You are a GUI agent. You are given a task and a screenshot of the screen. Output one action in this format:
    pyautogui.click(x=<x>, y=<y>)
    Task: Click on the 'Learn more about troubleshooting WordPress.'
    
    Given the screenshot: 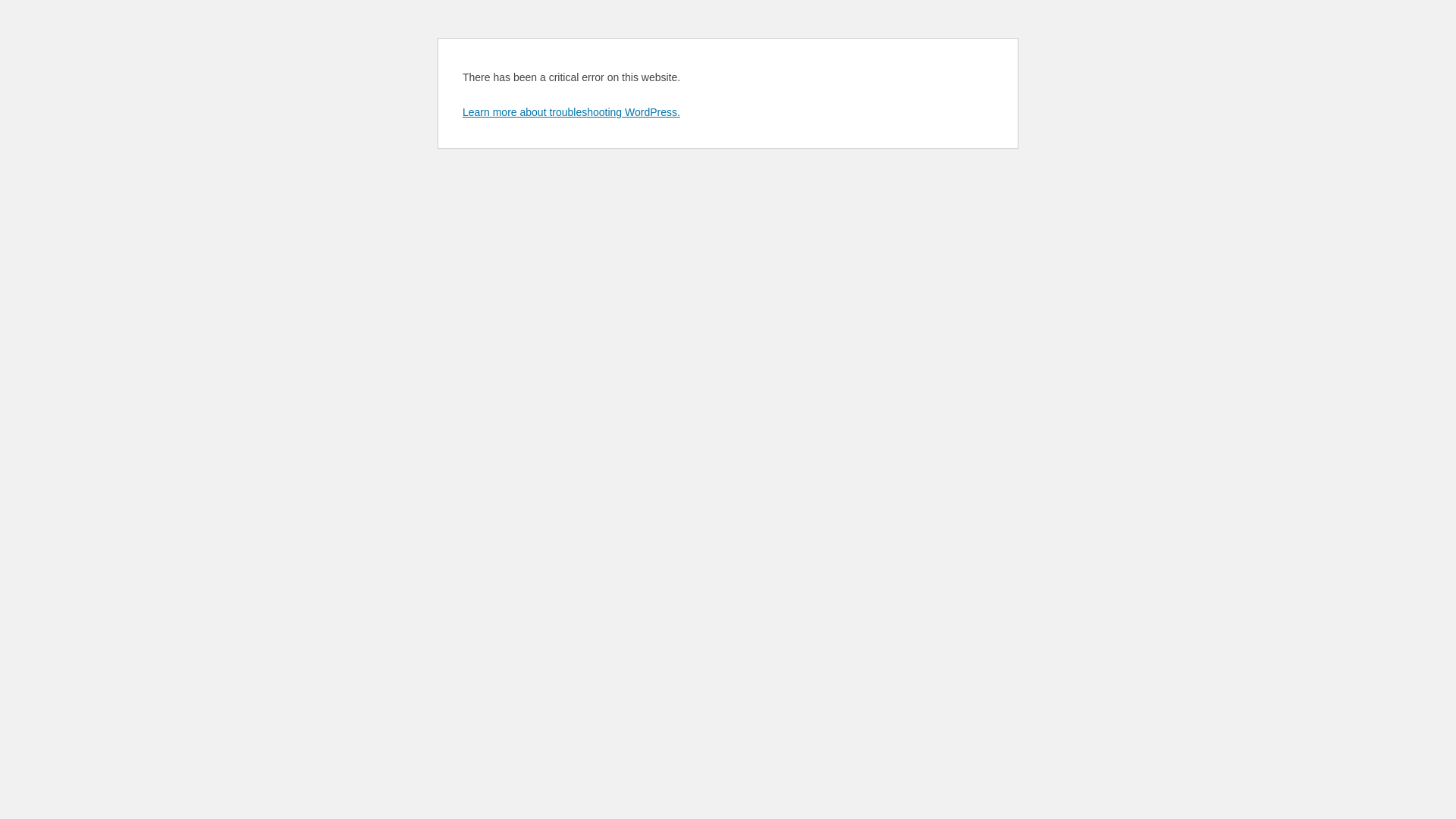 What is the action you would take?
    pyautogui.click(x=570, y=111)
    